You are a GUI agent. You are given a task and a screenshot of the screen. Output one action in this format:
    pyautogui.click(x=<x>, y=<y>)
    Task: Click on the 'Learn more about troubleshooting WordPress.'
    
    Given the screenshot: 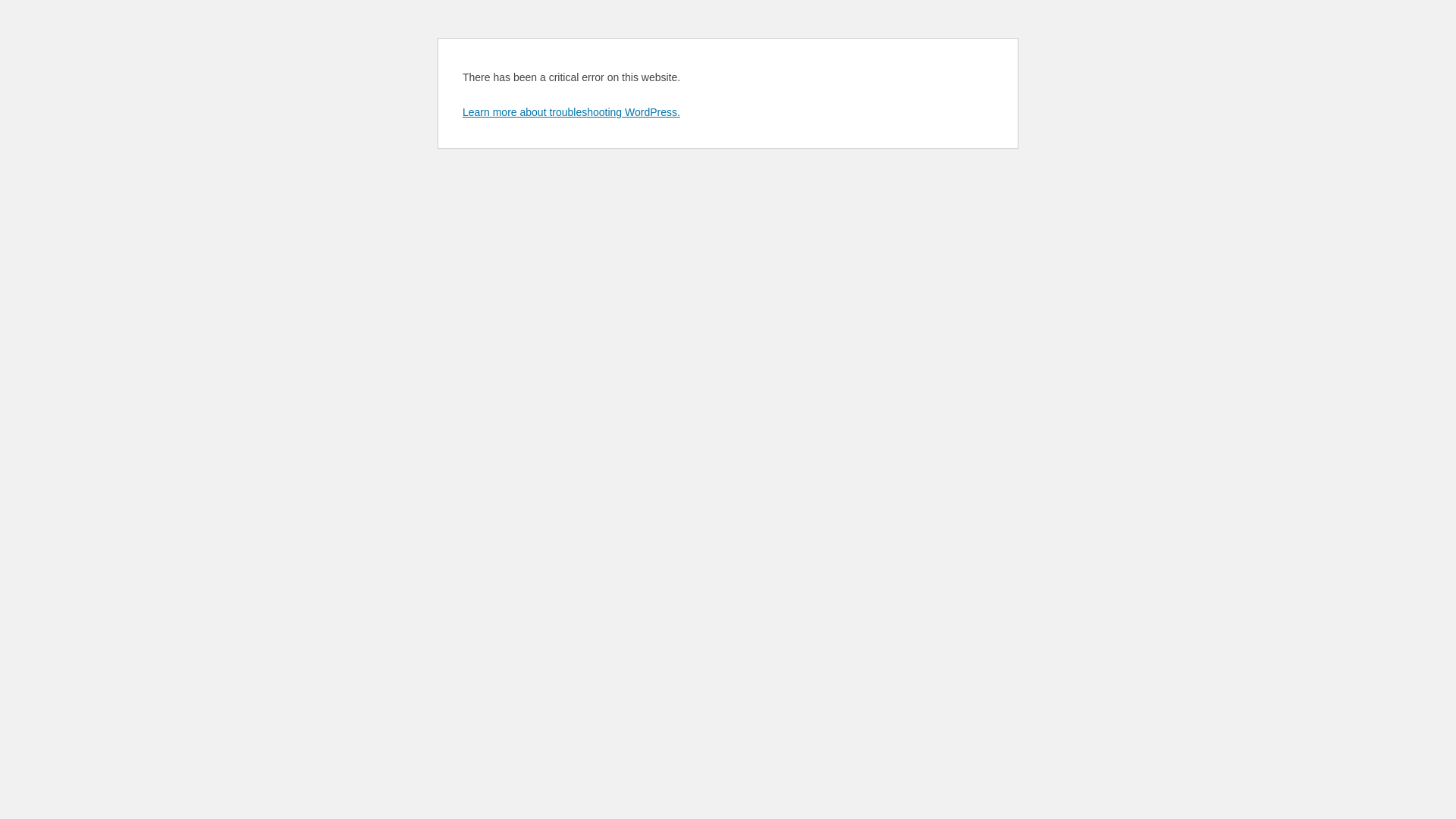 What is the action you would take?
    pyautogui.click(x=570, y=111)
    